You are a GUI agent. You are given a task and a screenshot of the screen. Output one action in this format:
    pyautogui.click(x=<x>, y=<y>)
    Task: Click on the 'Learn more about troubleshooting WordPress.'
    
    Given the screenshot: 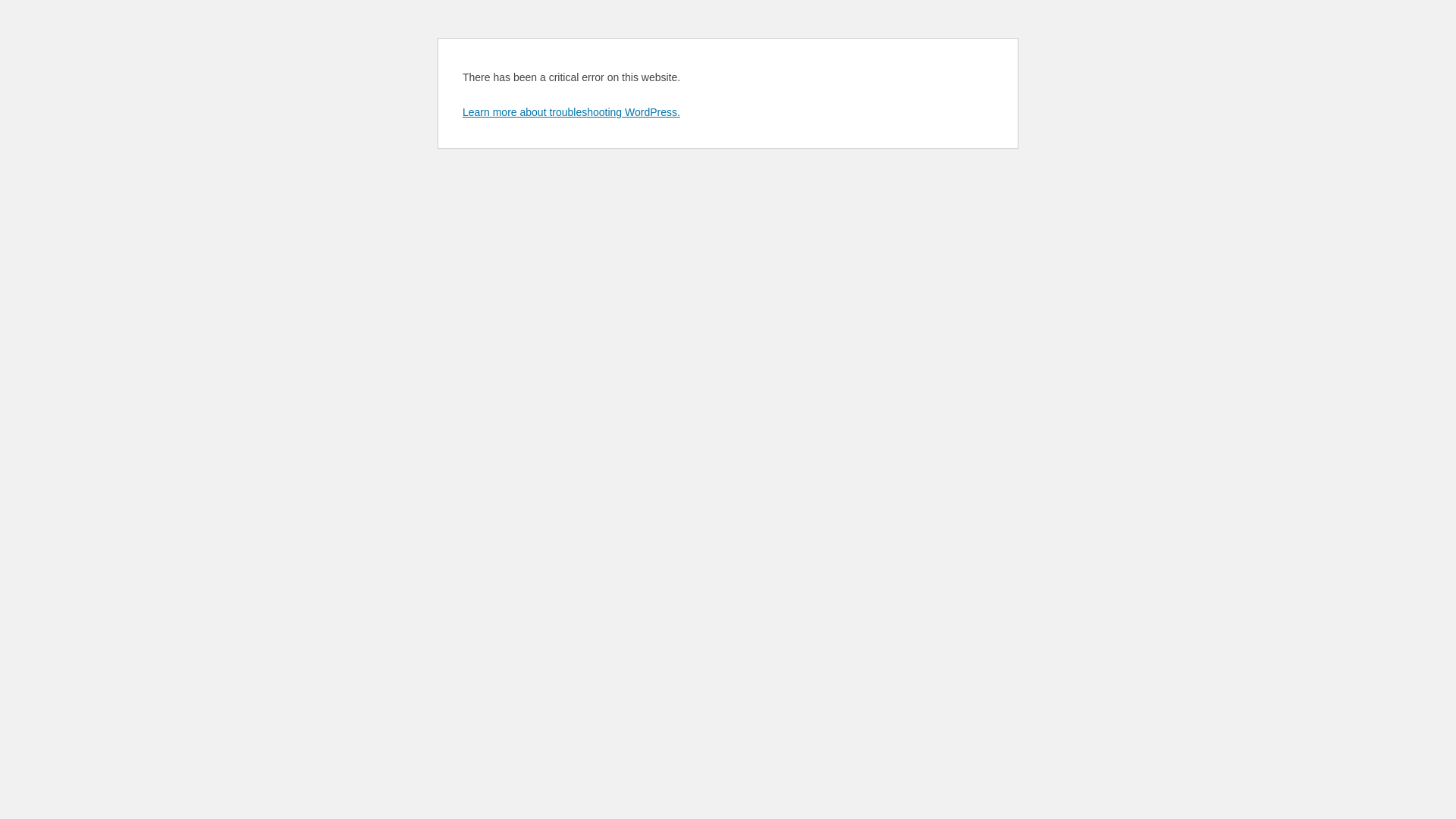 What is the action you would take?
    pyautogui.click(x=570, y=111)
    